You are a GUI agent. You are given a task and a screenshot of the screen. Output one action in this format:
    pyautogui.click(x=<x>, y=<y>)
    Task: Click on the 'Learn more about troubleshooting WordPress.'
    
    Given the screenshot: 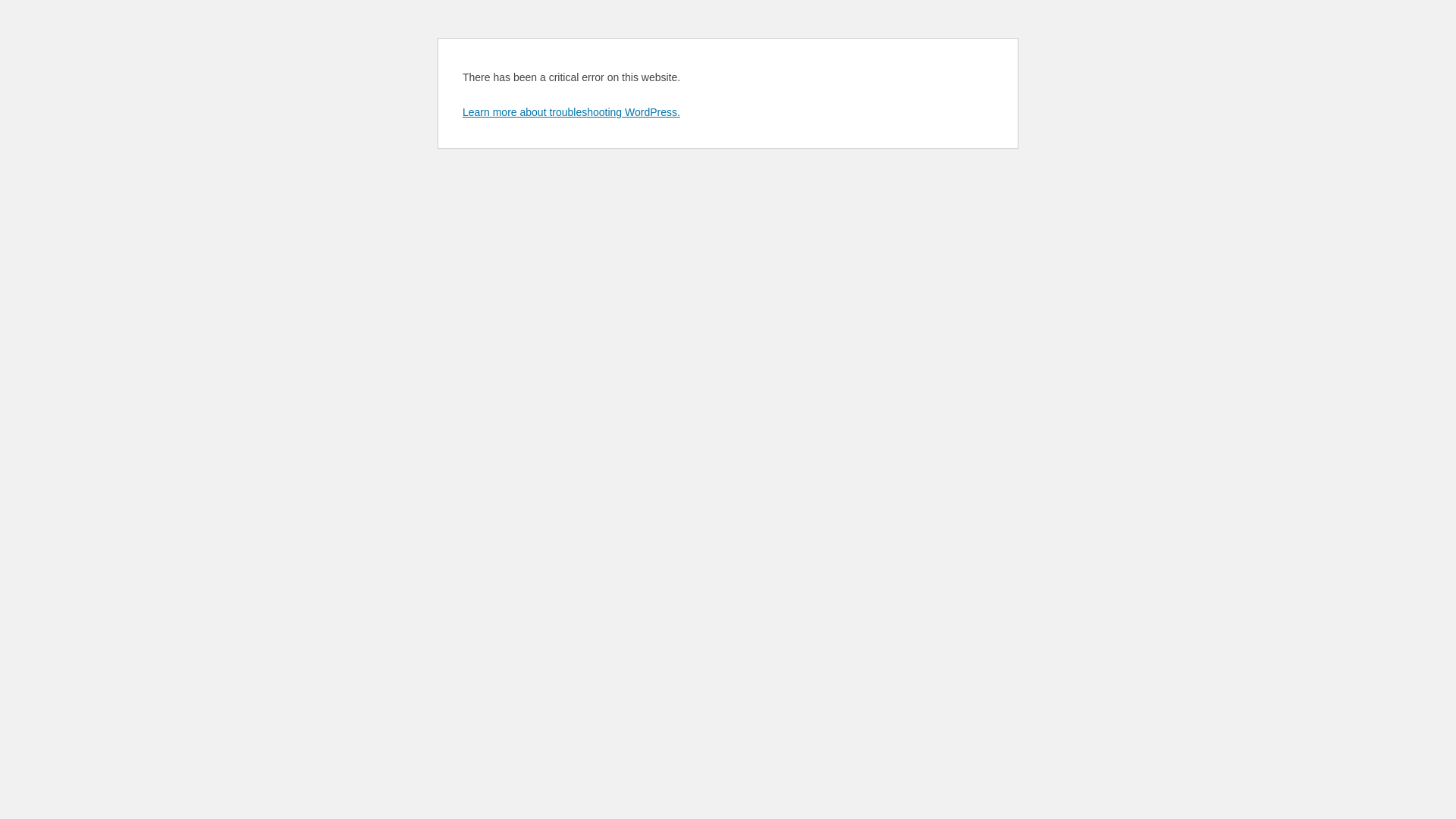 What is the action you would take?
    pyautogui.click(x=570, y=111)
    